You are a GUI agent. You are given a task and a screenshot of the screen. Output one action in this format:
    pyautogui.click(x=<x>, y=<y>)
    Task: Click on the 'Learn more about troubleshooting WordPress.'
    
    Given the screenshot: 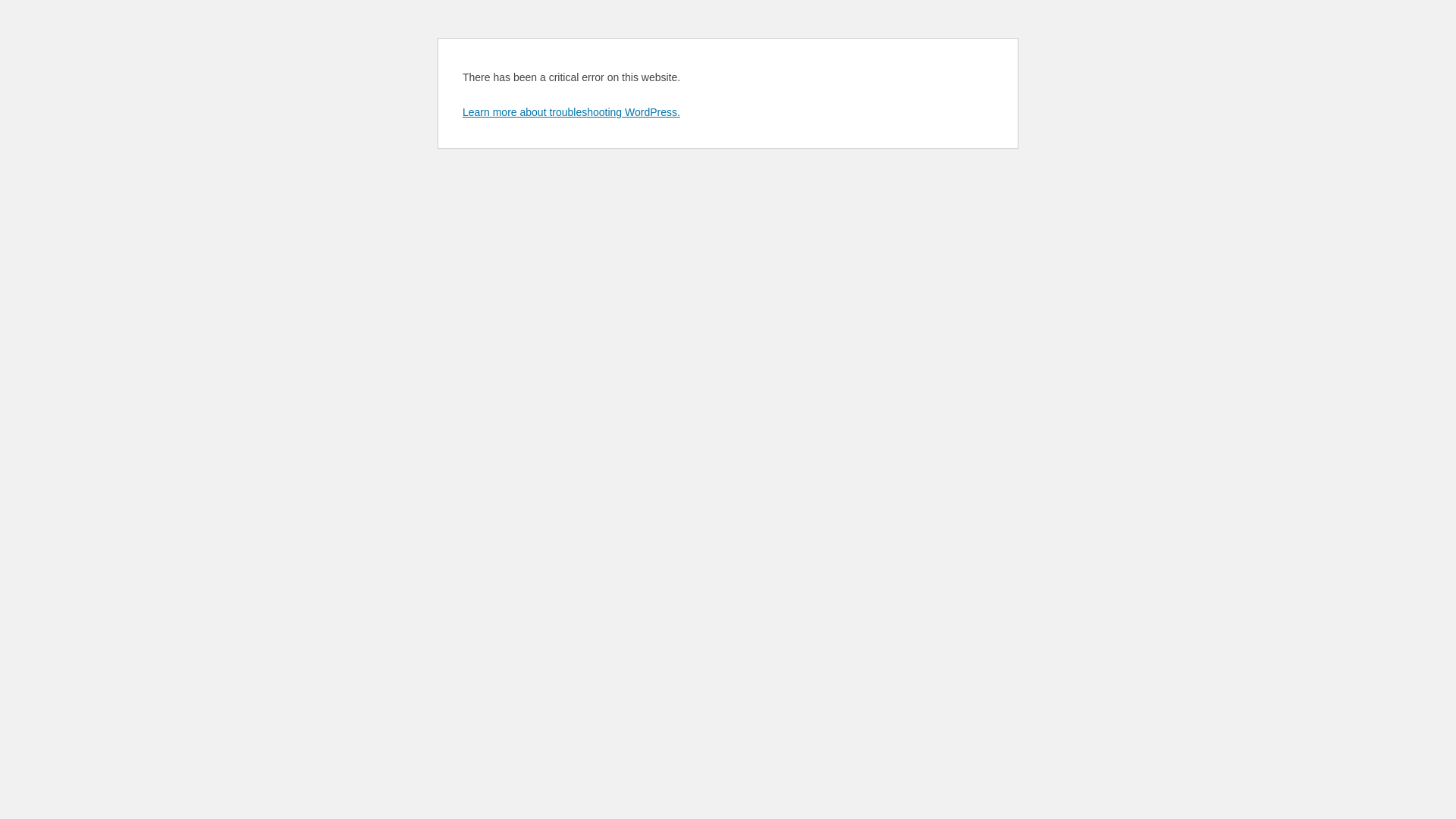 What is the action you would take?
    pyautogui.click(x=570, y=111)
    